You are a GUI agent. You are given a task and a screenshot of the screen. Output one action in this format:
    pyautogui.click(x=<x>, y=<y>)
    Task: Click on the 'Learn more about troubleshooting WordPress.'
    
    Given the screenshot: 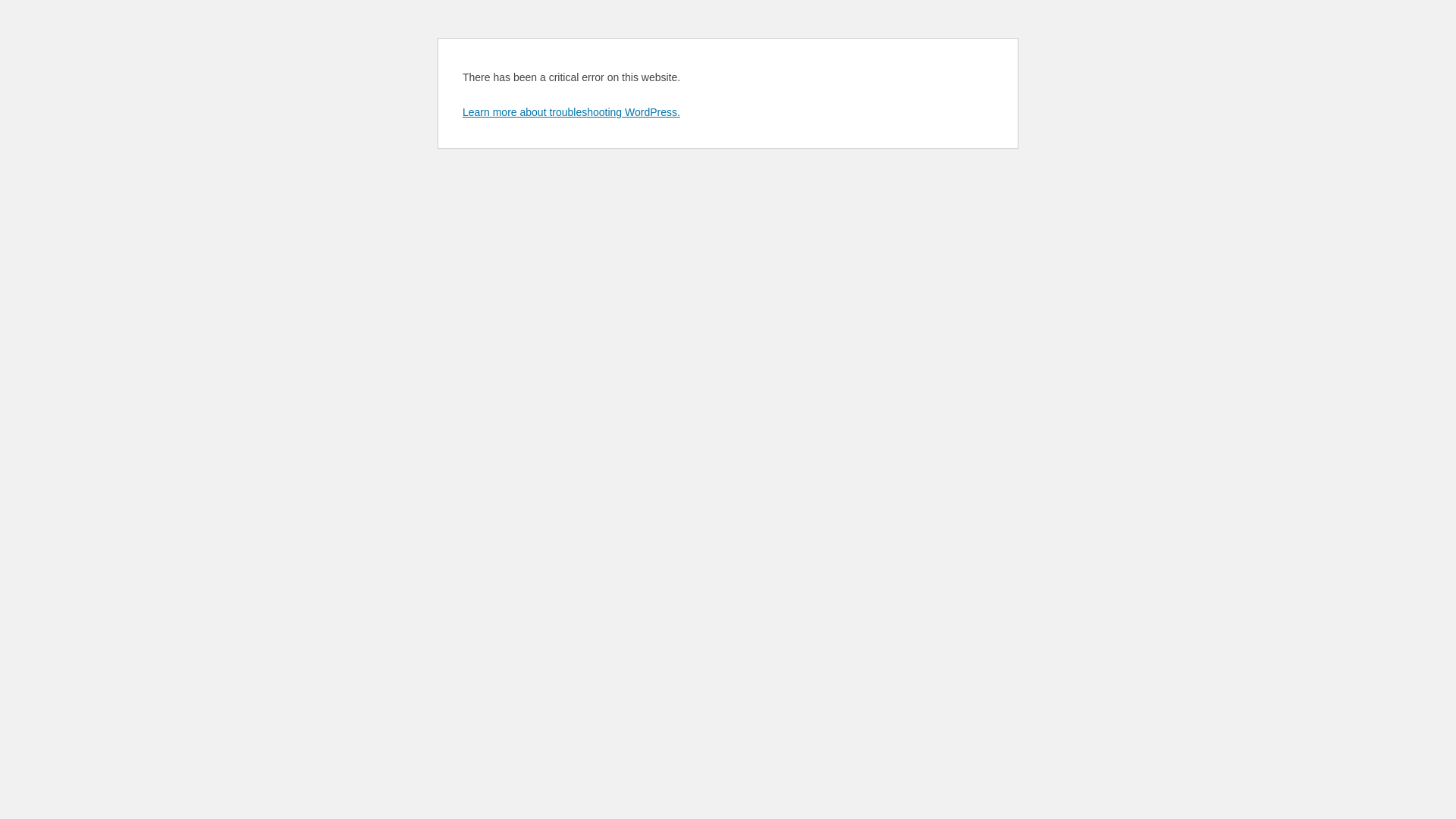 What is the action you would take?
    pyautogui.click(x=570, y=111)
    